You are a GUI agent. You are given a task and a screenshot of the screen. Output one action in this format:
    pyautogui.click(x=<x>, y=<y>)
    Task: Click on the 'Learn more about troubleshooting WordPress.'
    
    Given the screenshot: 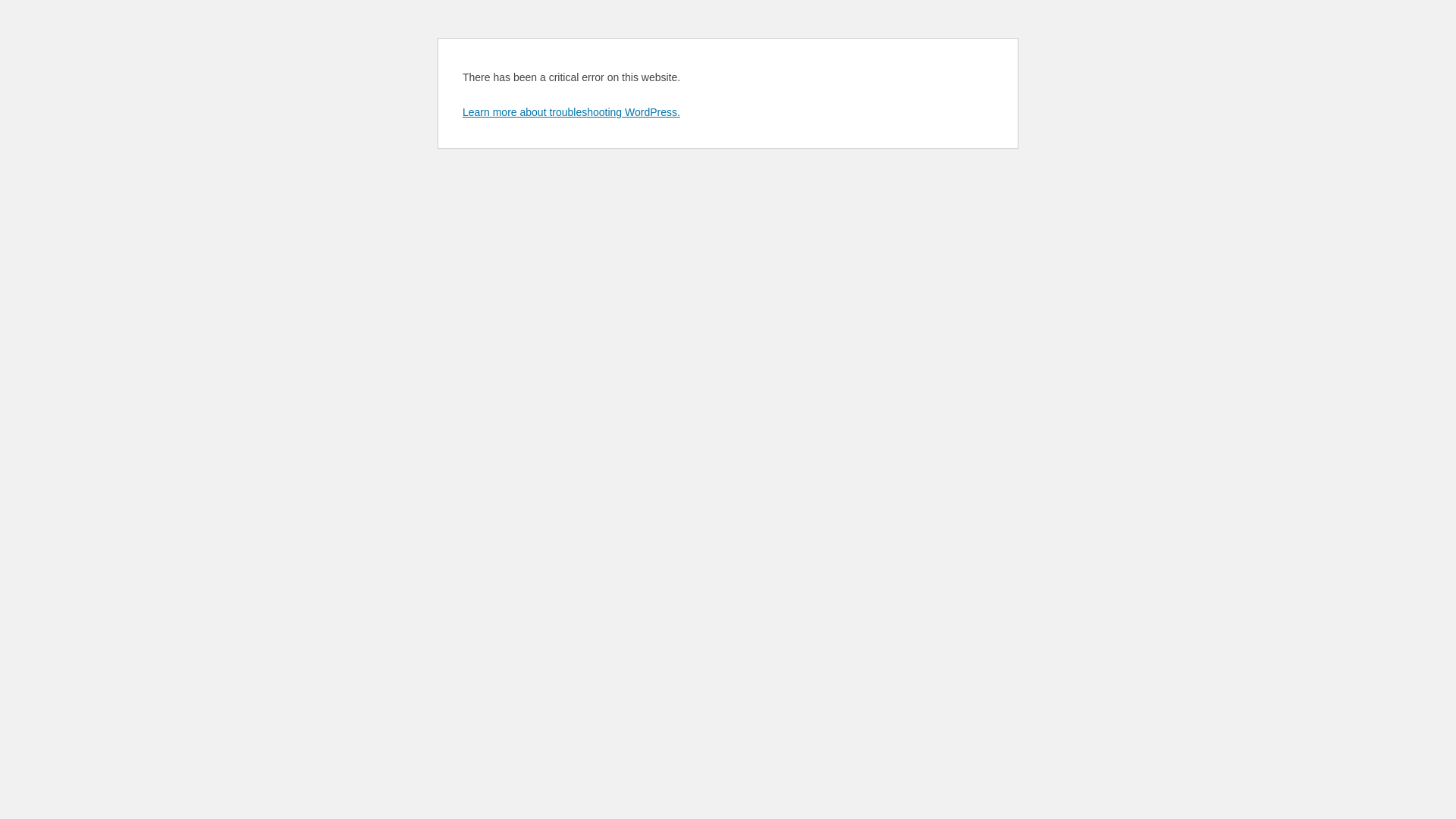 What is the action you would take?
    pyautogui.click(x=570, y=111)
    